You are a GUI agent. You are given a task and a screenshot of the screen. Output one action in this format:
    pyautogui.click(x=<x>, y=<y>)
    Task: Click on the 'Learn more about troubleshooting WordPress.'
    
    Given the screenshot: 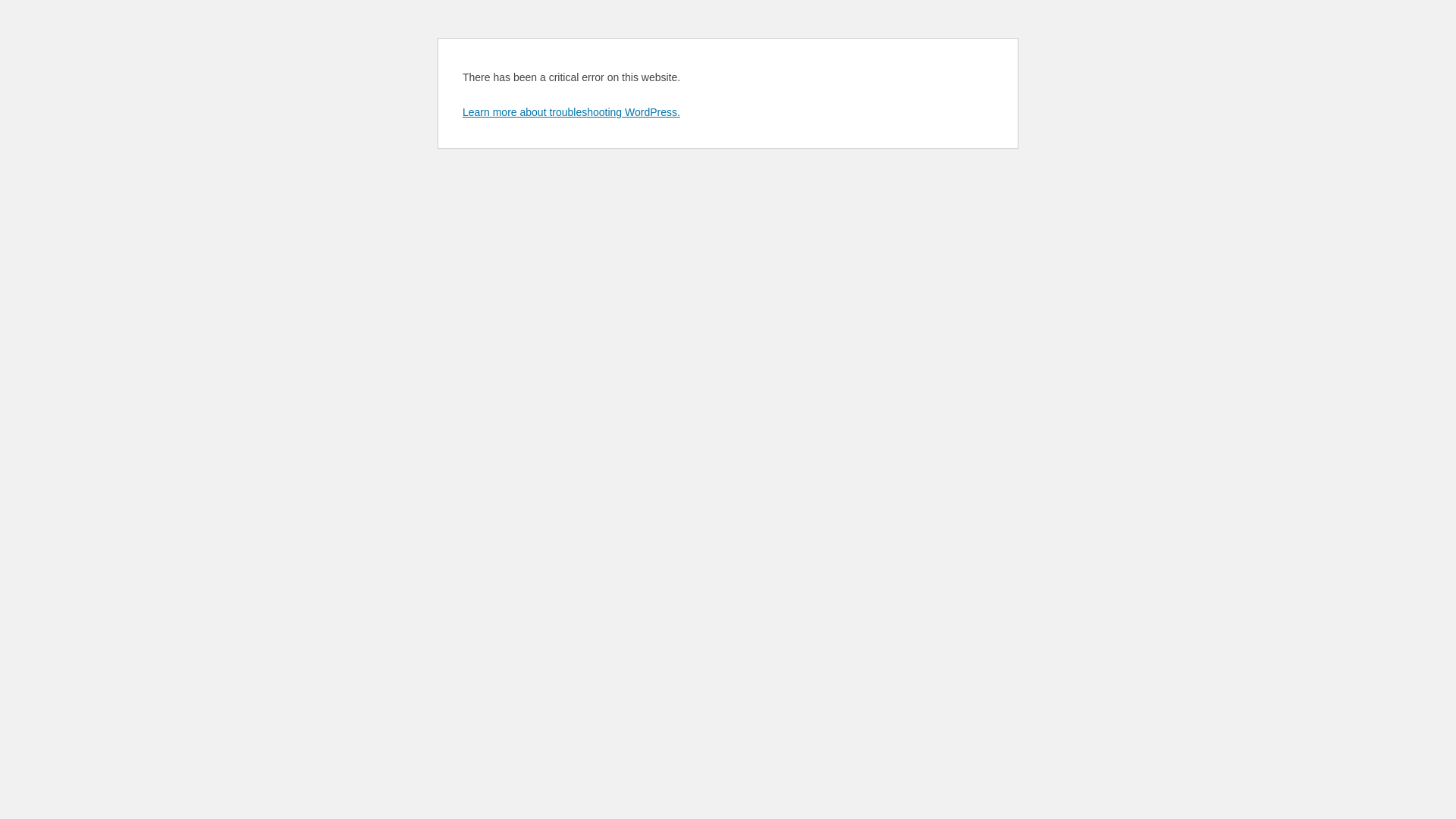 What is the action you would take?
    pyautogui.click(x=570, y=111)
    